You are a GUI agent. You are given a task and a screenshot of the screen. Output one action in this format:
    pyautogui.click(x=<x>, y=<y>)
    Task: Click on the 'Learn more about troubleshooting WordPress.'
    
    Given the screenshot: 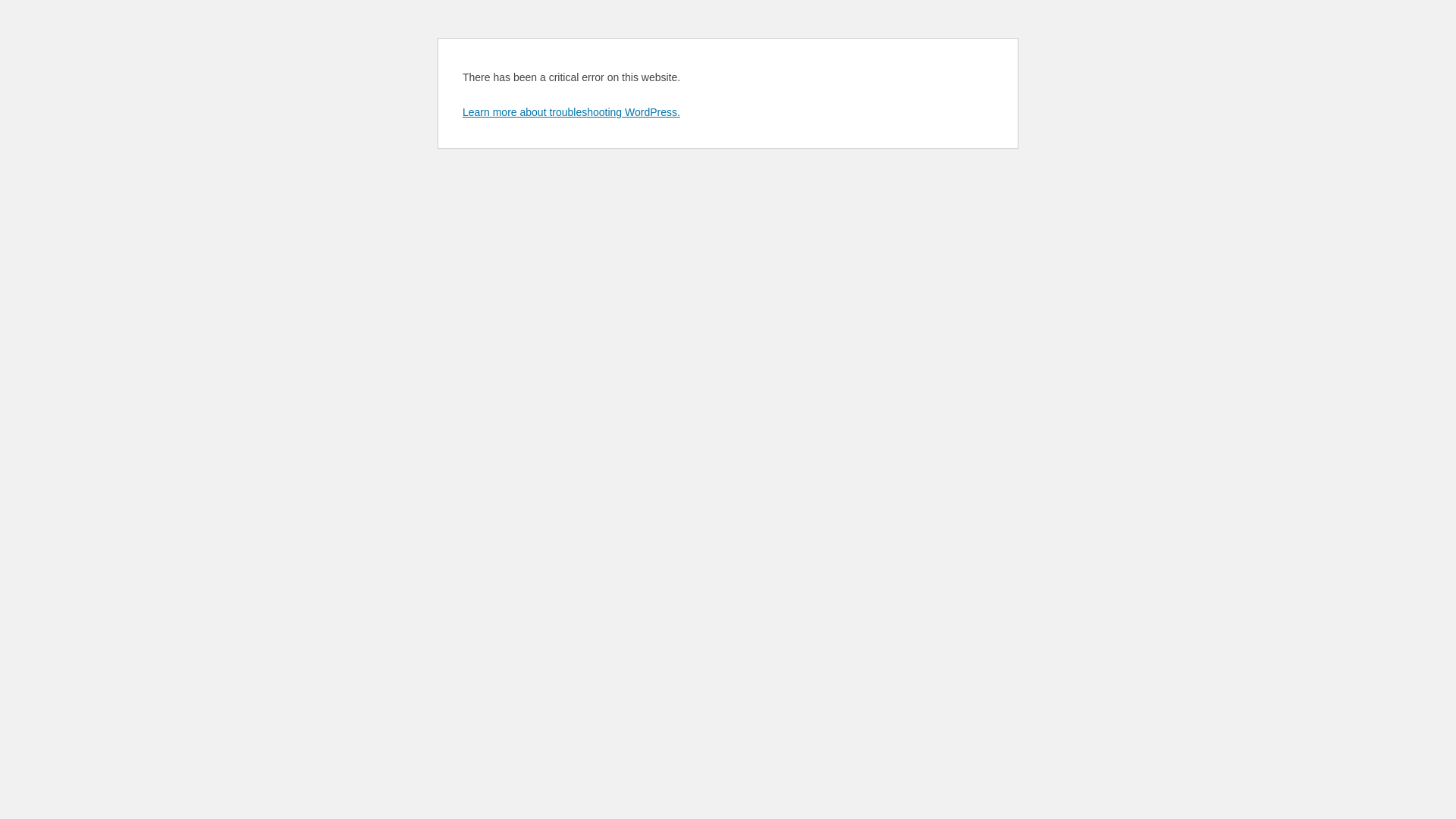 What is the action you would take?
    pyautogui.click(x=570, y=111)
    